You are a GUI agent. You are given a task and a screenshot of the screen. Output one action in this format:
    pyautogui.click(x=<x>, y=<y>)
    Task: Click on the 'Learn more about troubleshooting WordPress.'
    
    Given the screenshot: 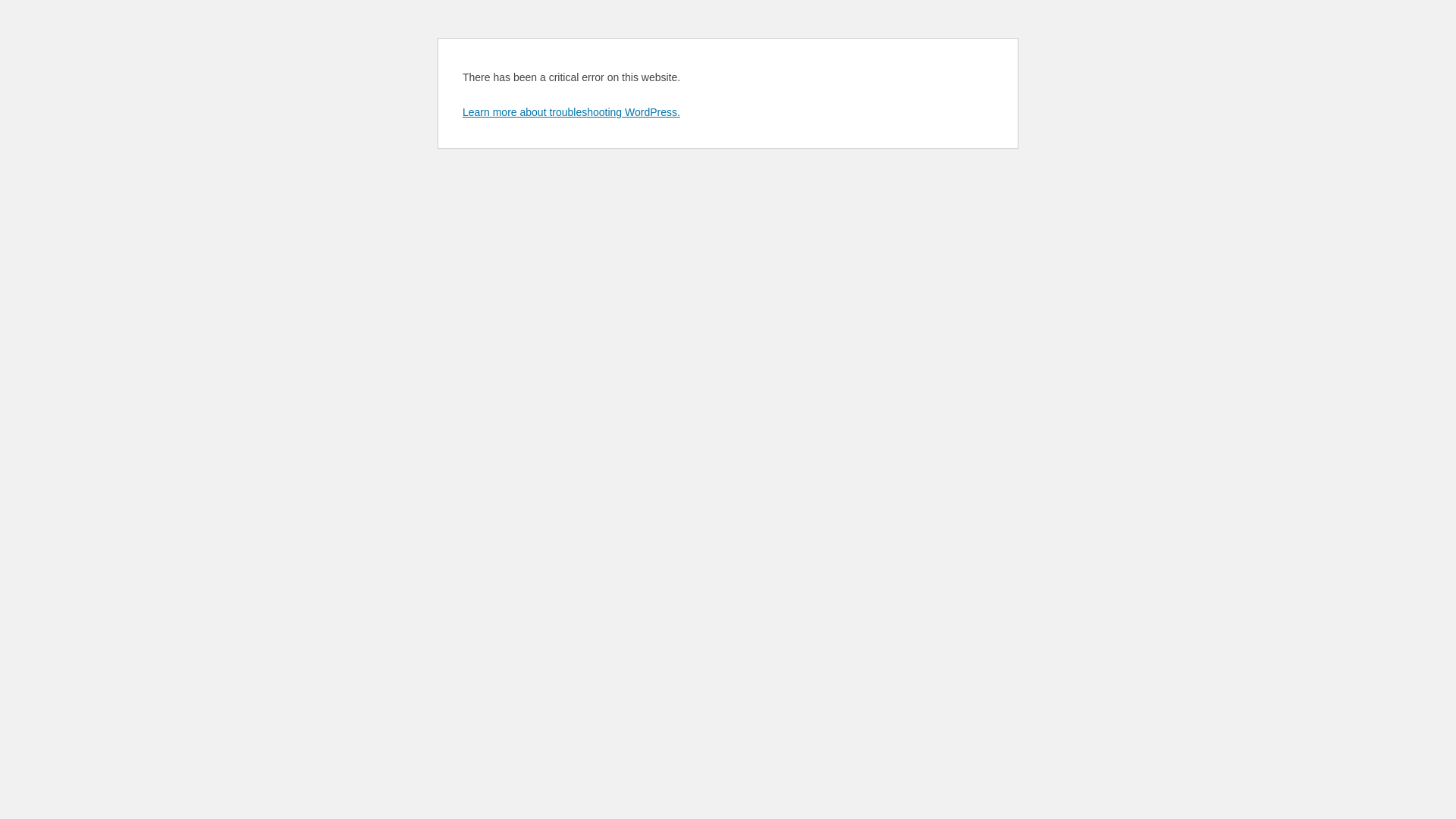 What is the action you would take?
    pyautogui.click(x=570, y=111)
    